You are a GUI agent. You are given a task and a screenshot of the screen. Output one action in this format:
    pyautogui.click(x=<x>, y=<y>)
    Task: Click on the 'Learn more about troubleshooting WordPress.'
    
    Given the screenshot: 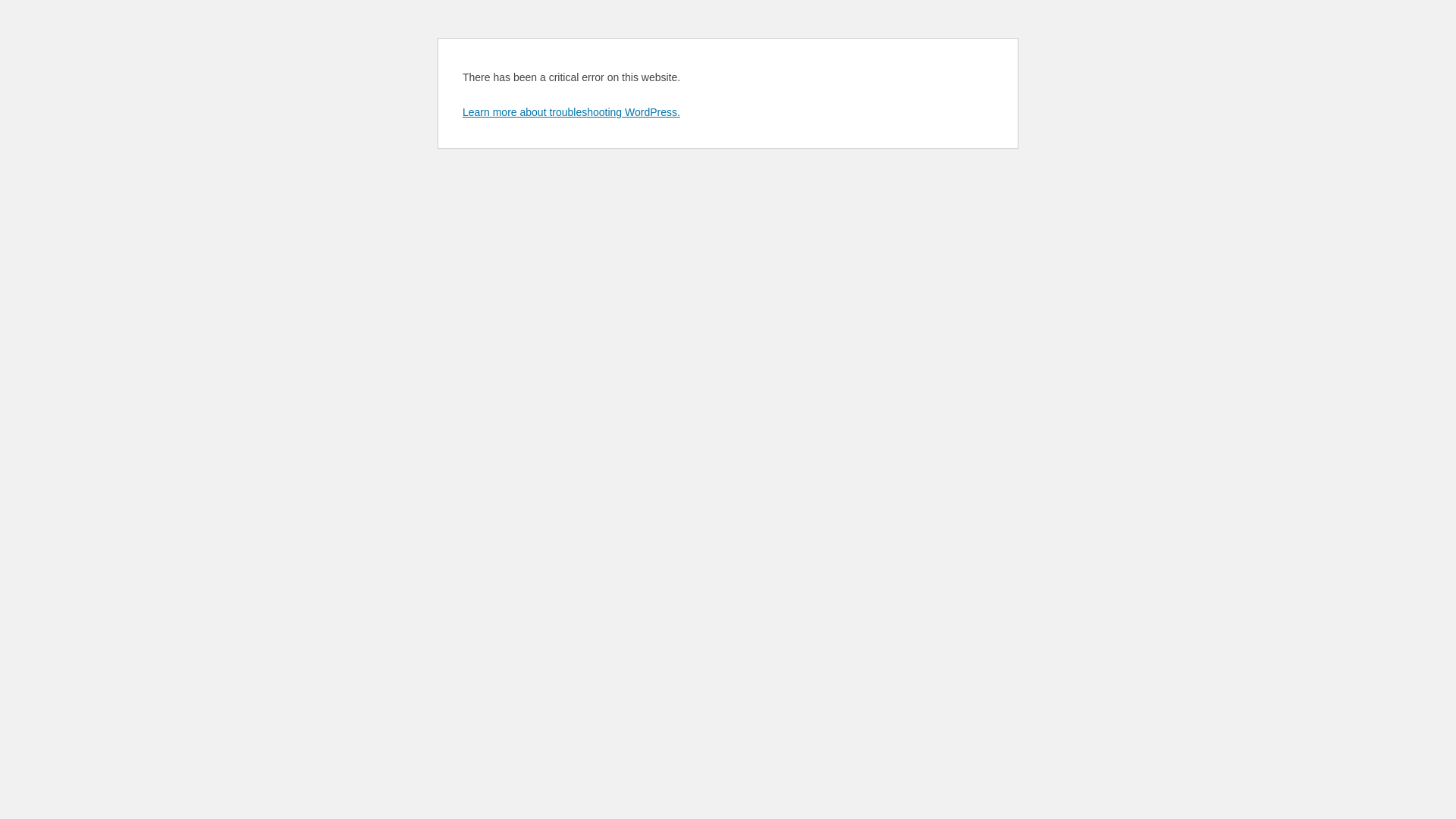 What is the action you would take?
    pyautogui.click(x=570, y=111)
    